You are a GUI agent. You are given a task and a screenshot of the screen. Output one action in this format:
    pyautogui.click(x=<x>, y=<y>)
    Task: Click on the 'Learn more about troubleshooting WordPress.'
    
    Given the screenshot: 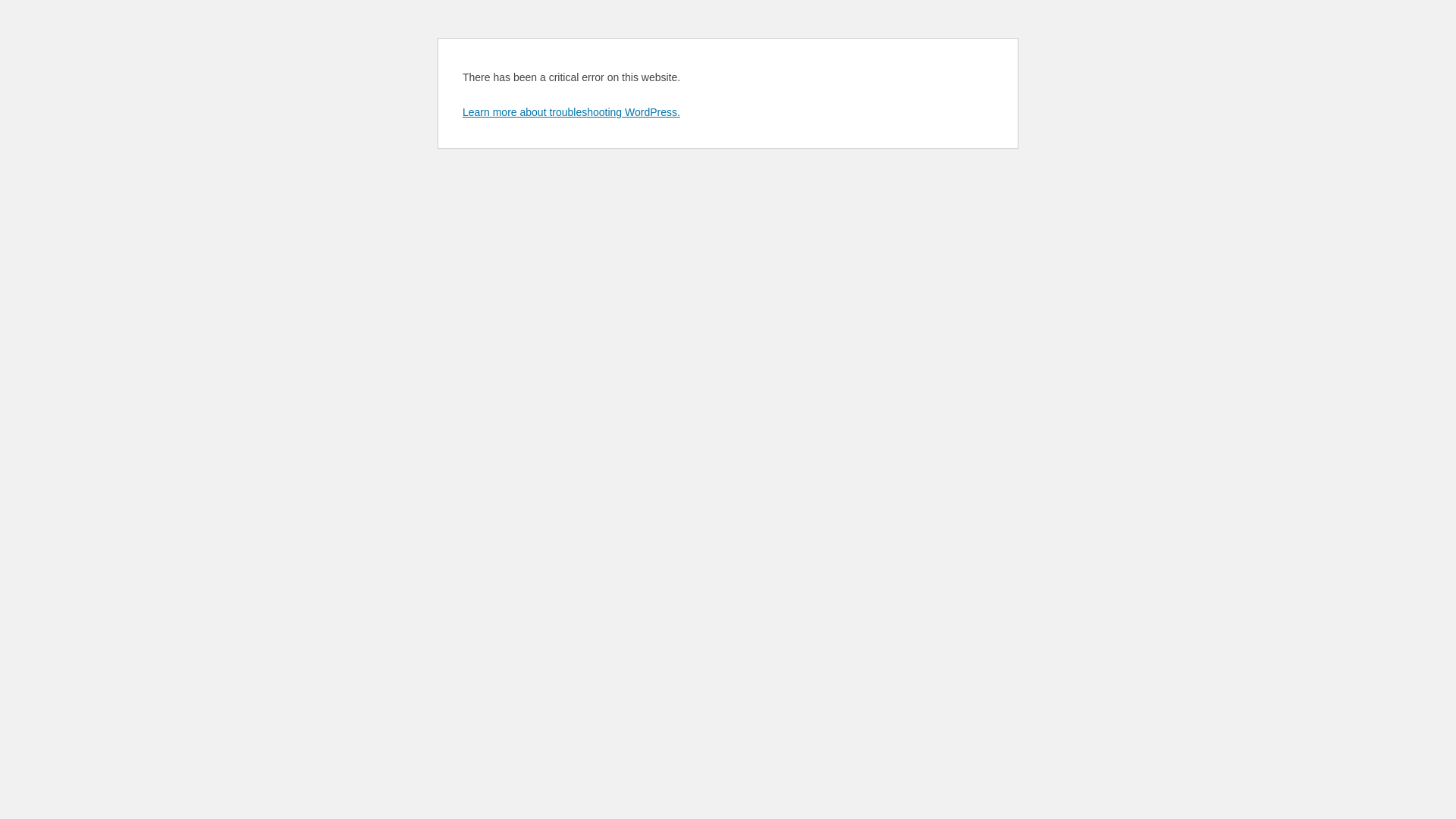 What is the action you would take?
    pyautogui.click(x=570, y=111)
    